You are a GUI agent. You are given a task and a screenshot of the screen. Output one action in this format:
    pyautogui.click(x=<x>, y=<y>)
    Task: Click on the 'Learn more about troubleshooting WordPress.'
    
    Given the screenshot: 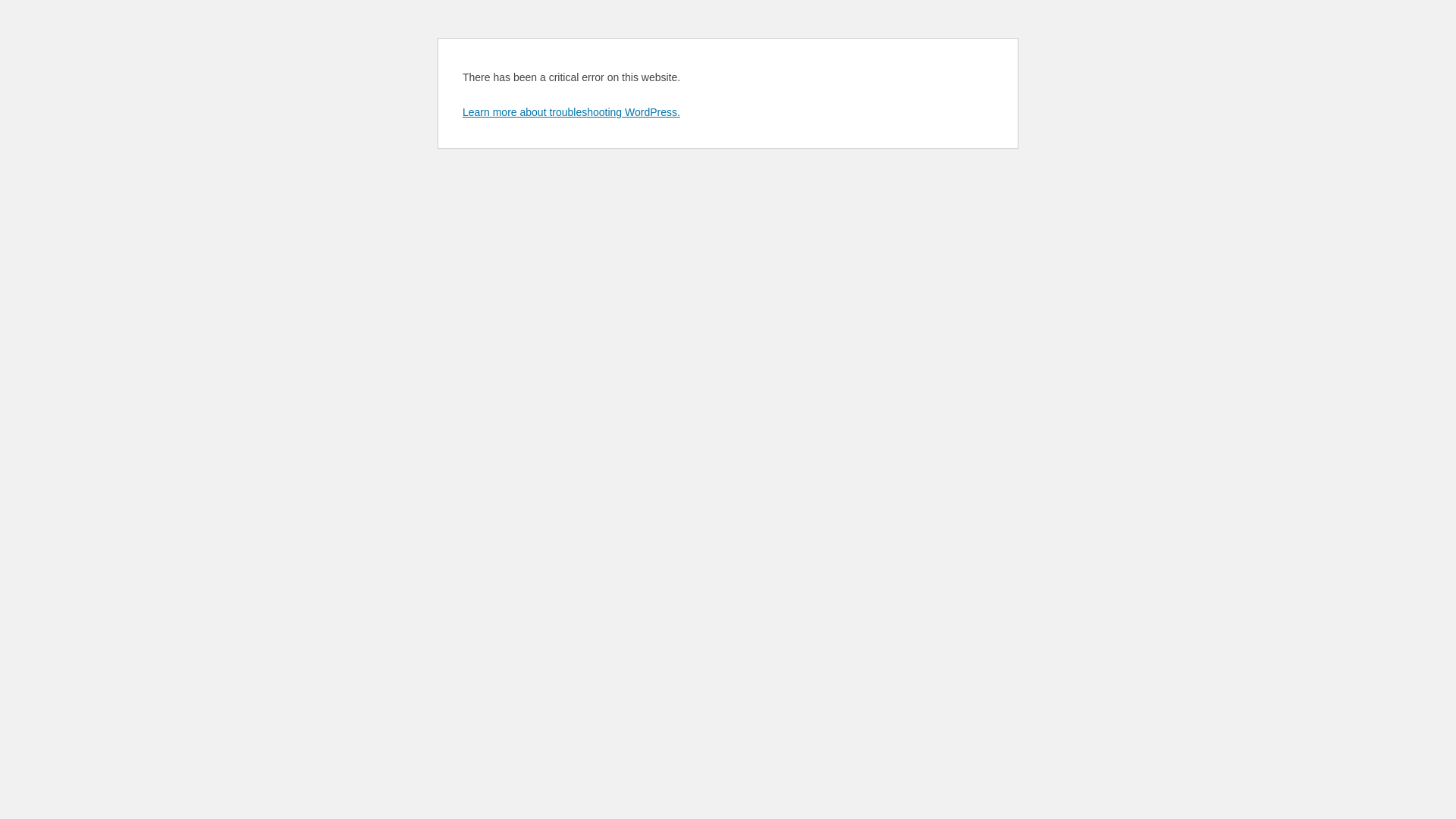 What is the action you would take?
    pyautogui.click(x=570, y=111)
    